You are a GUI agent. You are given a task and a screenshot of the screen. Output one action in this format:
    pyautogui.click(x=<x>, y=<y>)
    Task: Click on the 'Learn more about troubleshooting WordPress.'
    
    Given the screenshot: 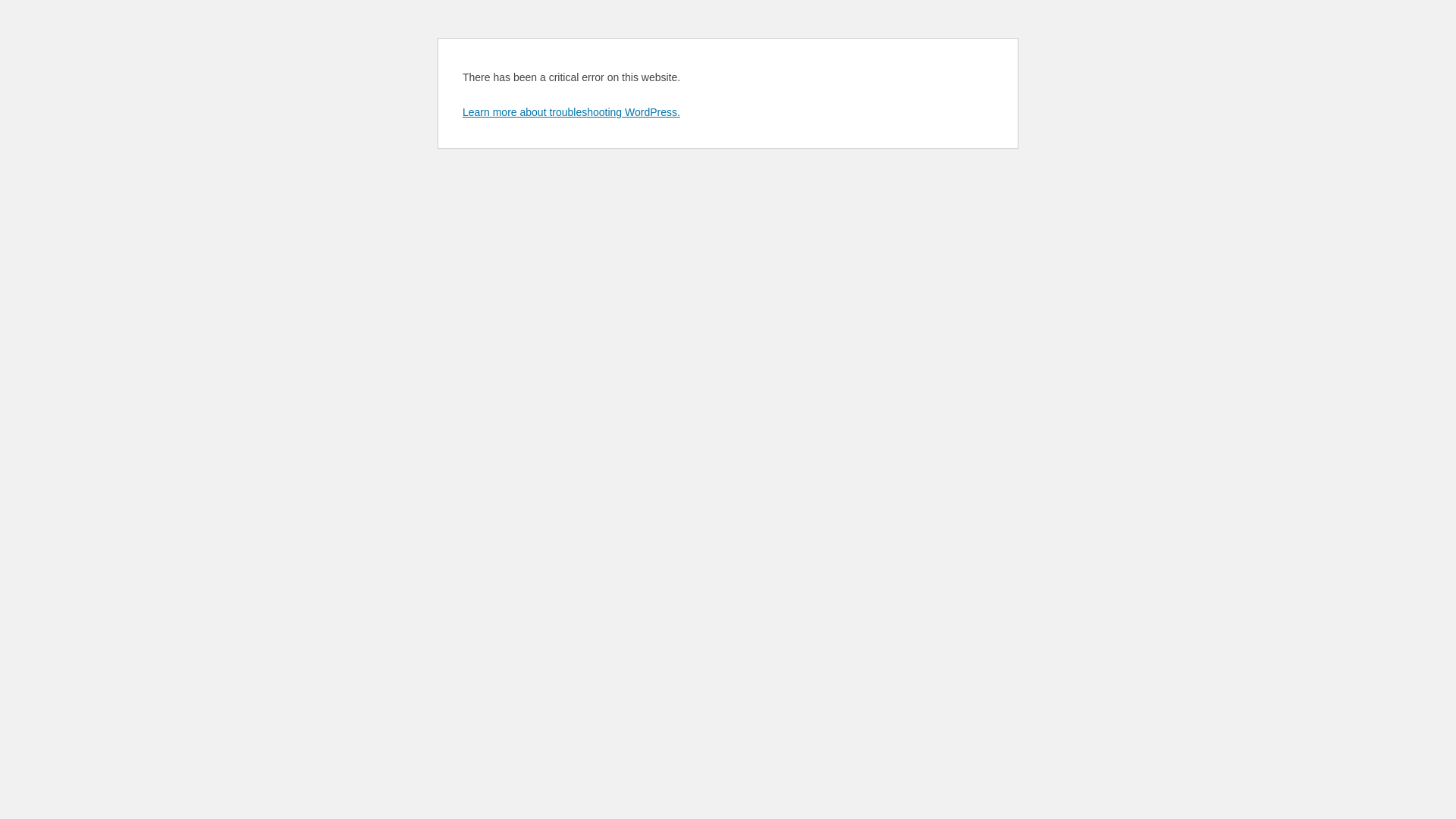 What is the action you would take?
    pyautogui.click(x=570, y=111)
    